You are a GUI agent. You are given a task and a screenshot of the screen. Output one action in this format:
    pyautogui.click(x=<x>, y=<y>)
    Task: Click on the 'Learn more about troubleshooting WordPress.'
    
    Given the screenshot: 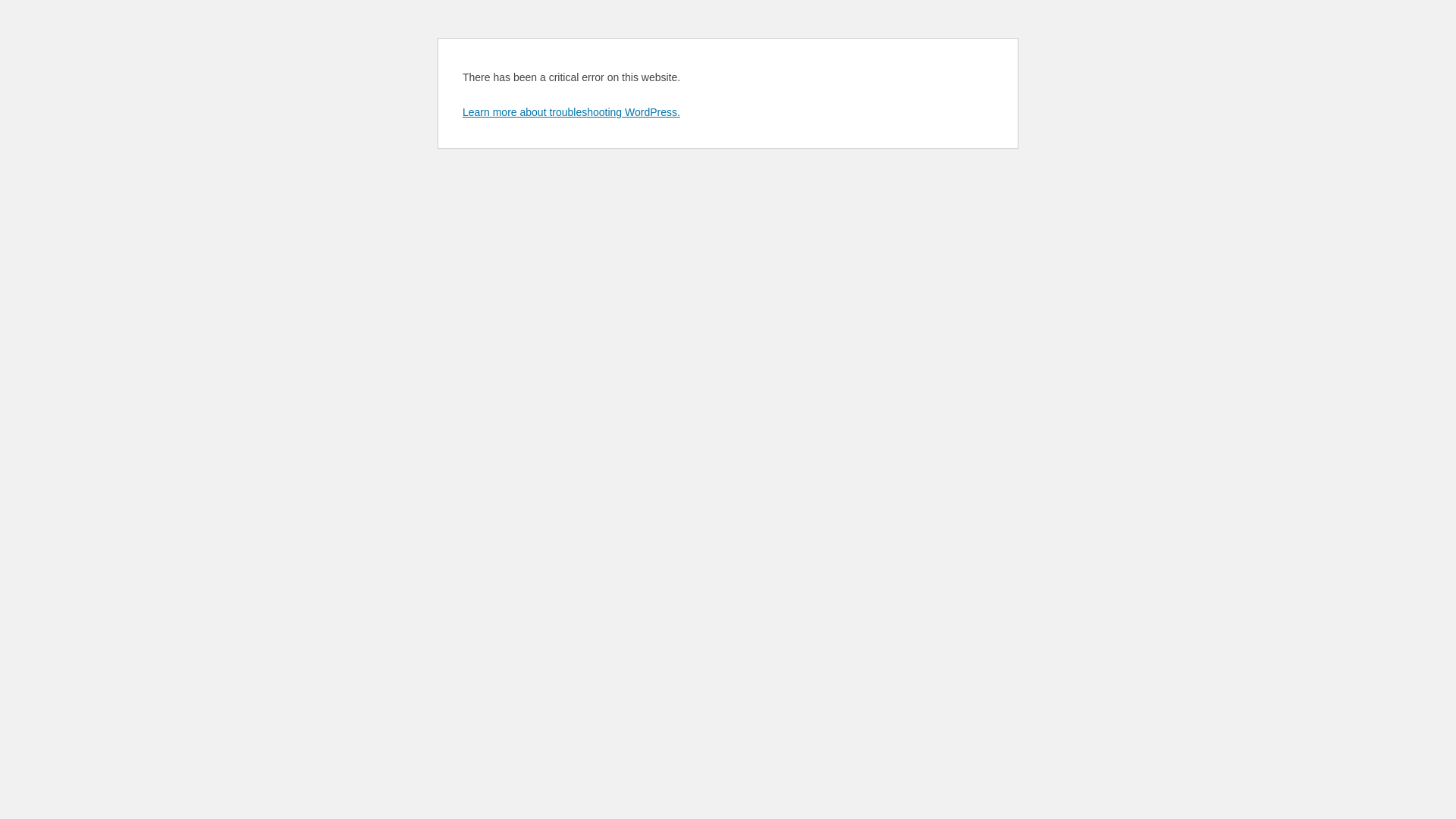 What is the action you would take?
    pyautogui.click(x=570, y=111)
    